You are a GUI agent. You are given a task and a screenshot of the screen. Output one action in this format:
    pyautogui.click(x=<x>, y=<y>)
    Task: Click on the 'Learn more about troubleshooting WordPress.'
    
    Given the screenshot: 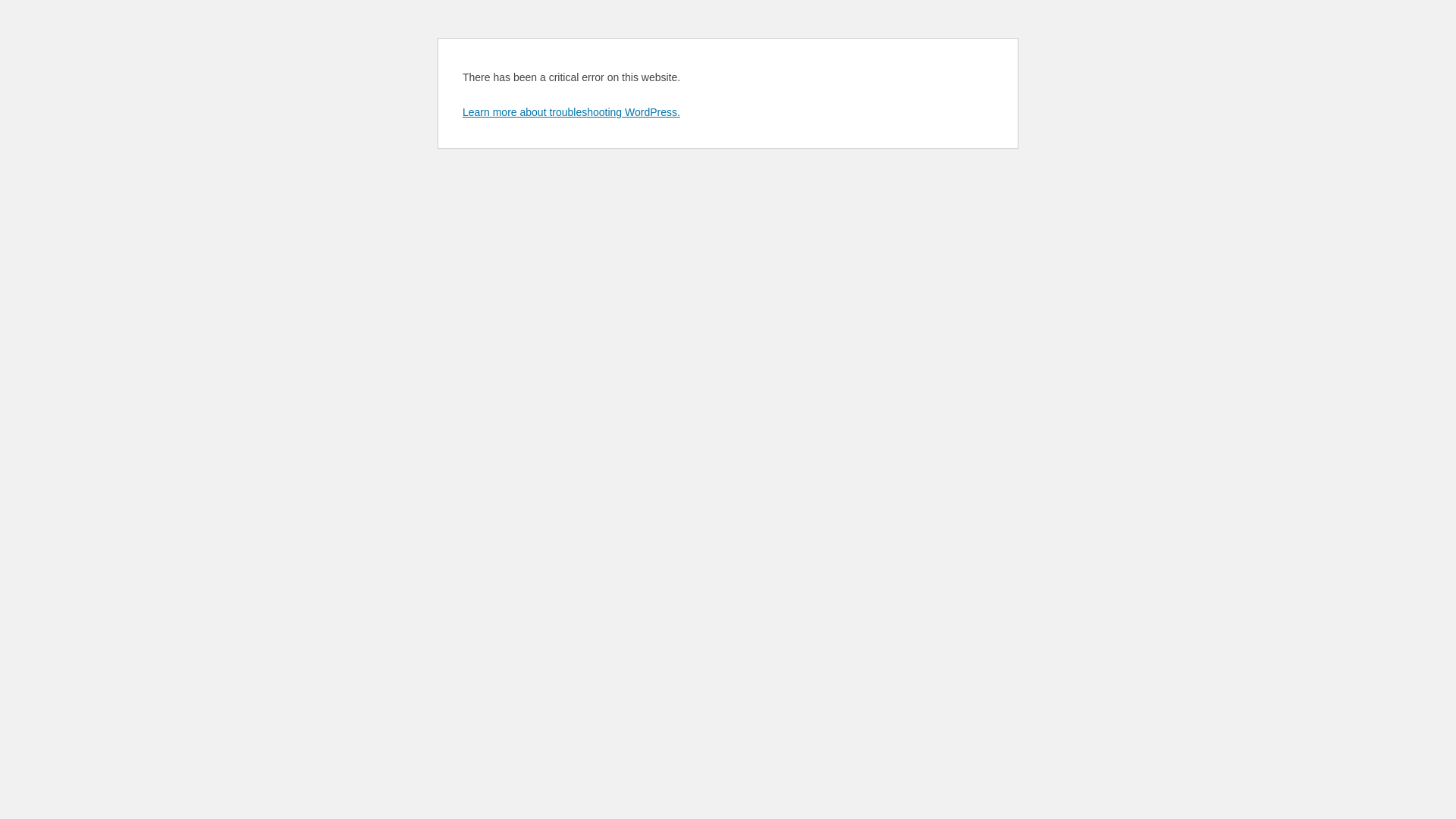 What is the action you would take?
    pyautogui.click(x=570, y=111)
    